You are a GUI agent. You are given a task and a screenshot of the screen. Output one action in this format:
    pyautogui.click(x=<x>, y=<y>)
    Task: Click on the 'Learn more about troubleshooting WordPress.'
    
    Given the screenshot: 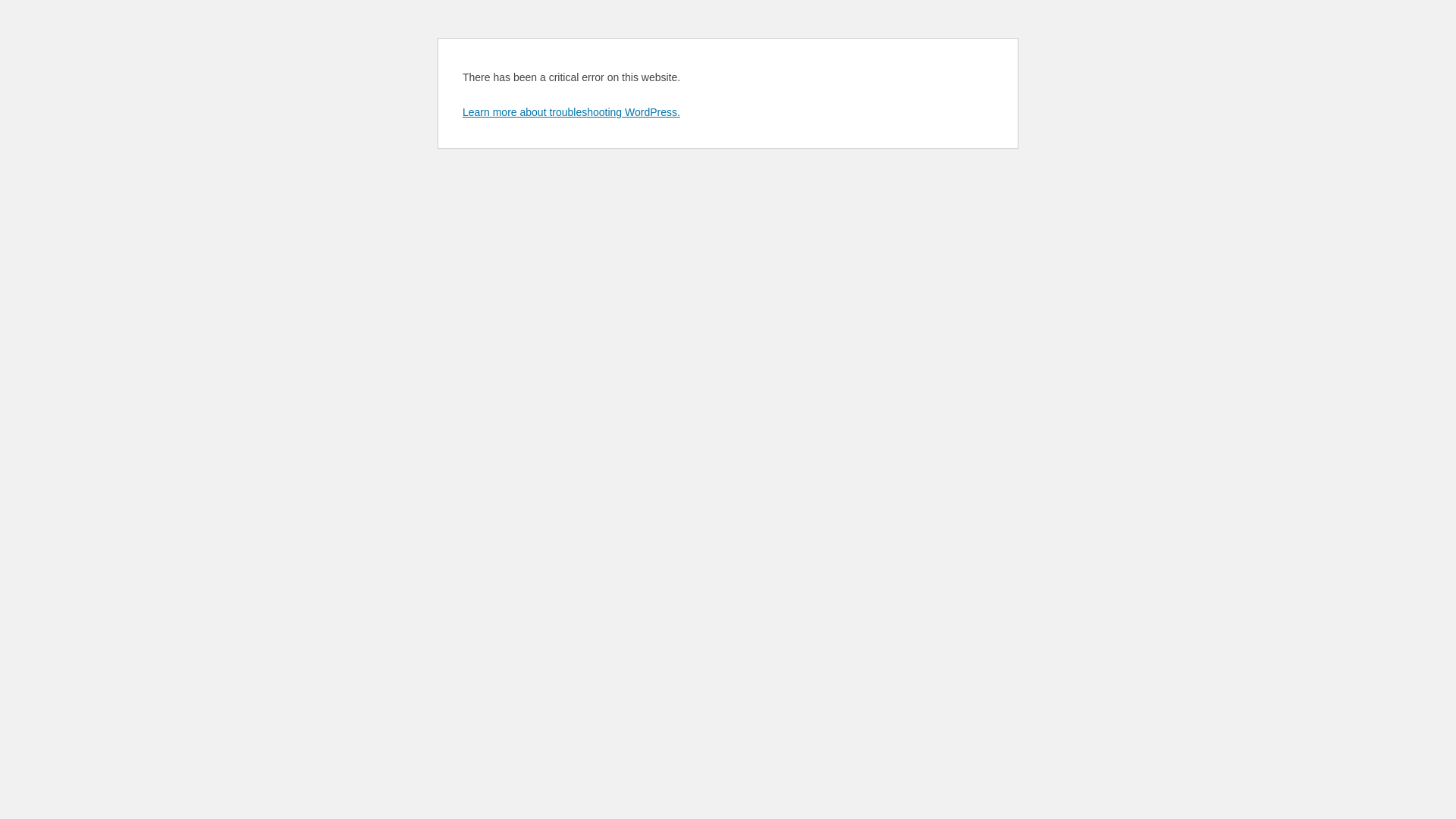 What is the action you would take?
    pyautogui.click(x=570, y=111)
    